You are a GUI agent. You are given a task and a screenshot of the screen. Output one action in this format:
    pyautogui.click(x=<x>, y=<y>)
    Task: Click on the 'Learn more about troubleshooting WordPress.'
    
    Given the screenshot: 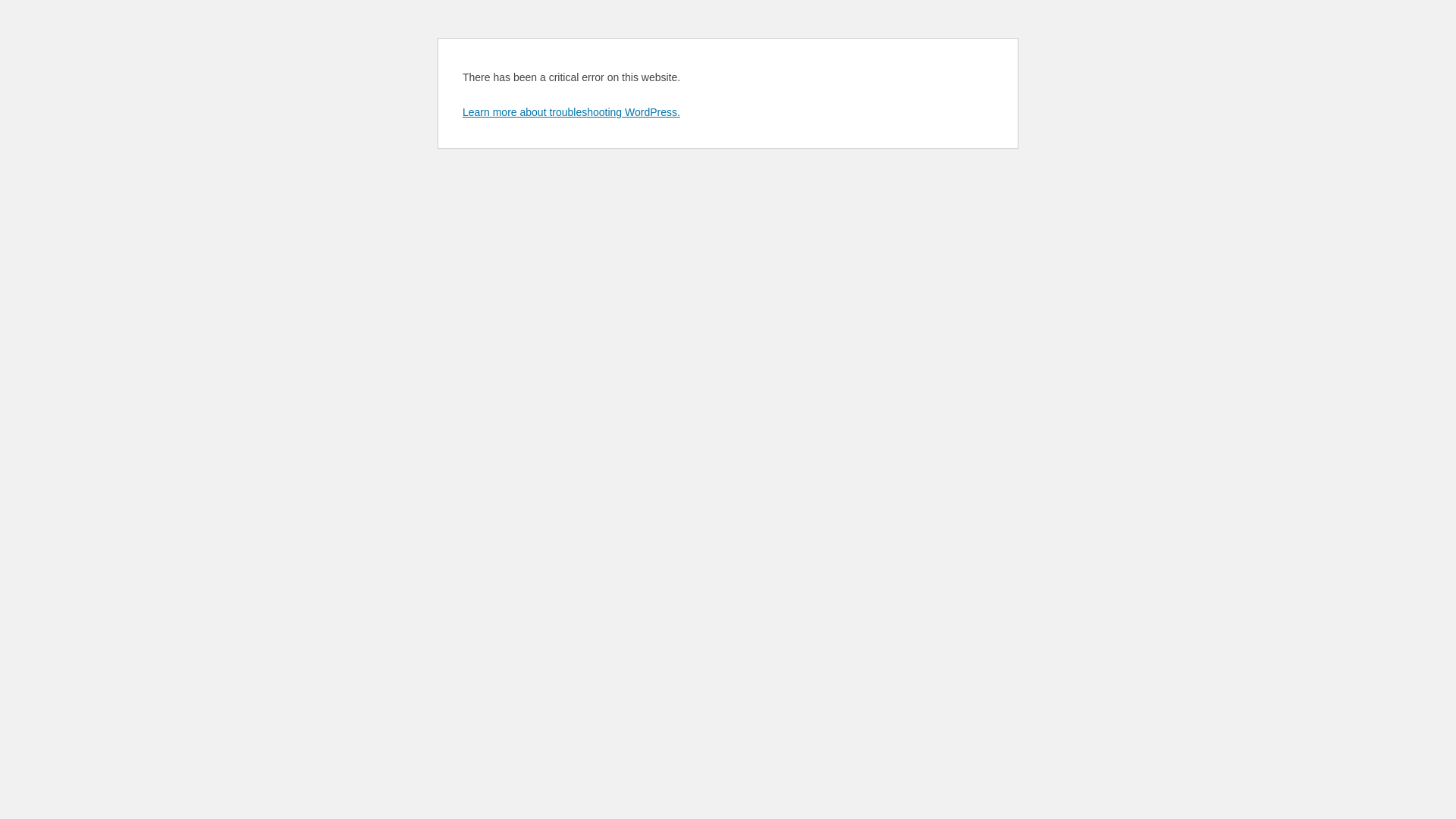 What is the action you would take?
    pyautogui.click(x=570, y=111)
    